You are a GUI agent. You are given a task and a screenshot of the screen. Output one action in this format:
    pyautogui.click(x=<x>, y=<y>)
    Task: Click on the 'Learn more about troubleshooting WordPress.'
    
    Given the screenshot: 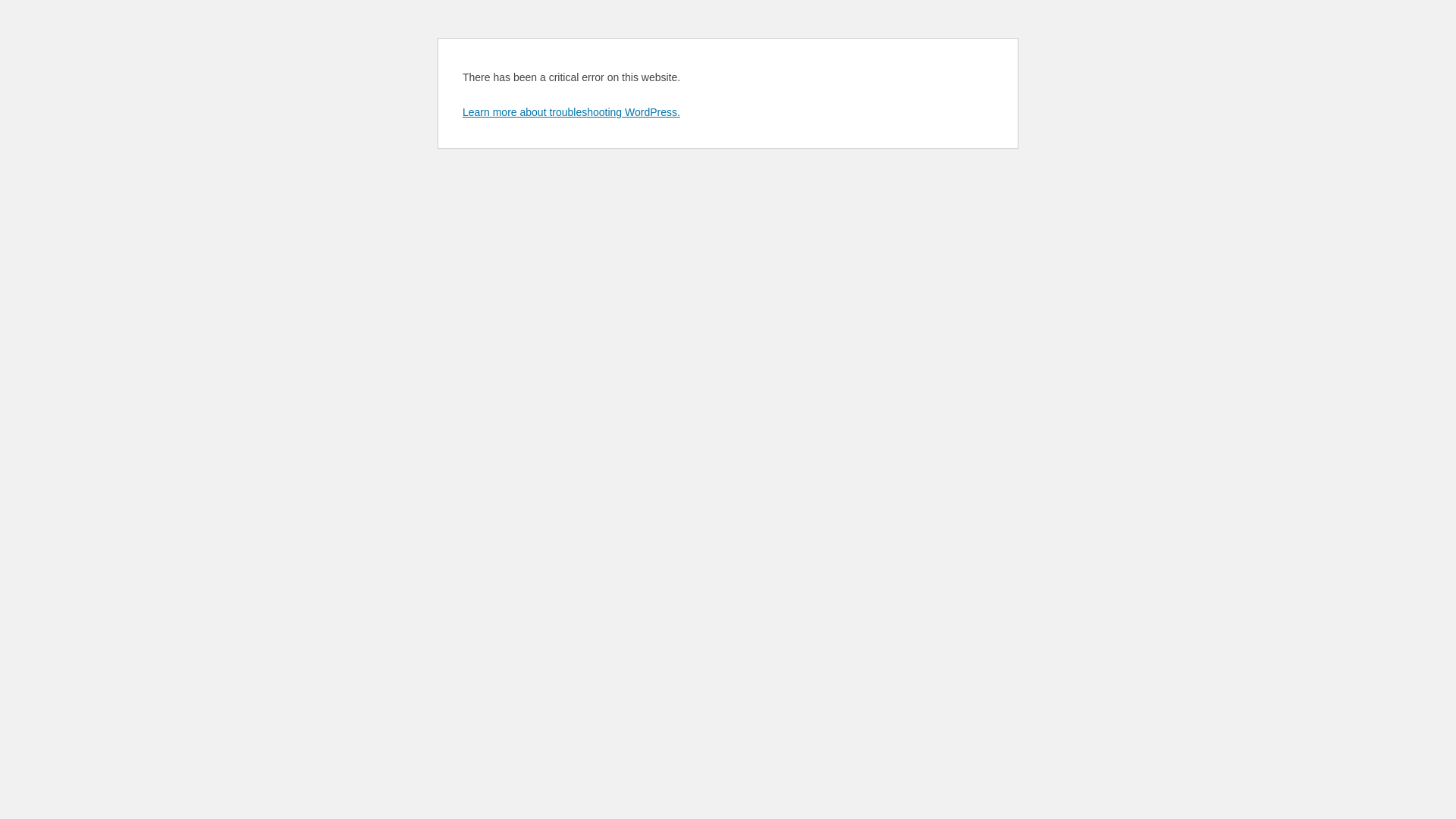 What is the action you would take?
    pyautogui.click(x=570, y=111)
    